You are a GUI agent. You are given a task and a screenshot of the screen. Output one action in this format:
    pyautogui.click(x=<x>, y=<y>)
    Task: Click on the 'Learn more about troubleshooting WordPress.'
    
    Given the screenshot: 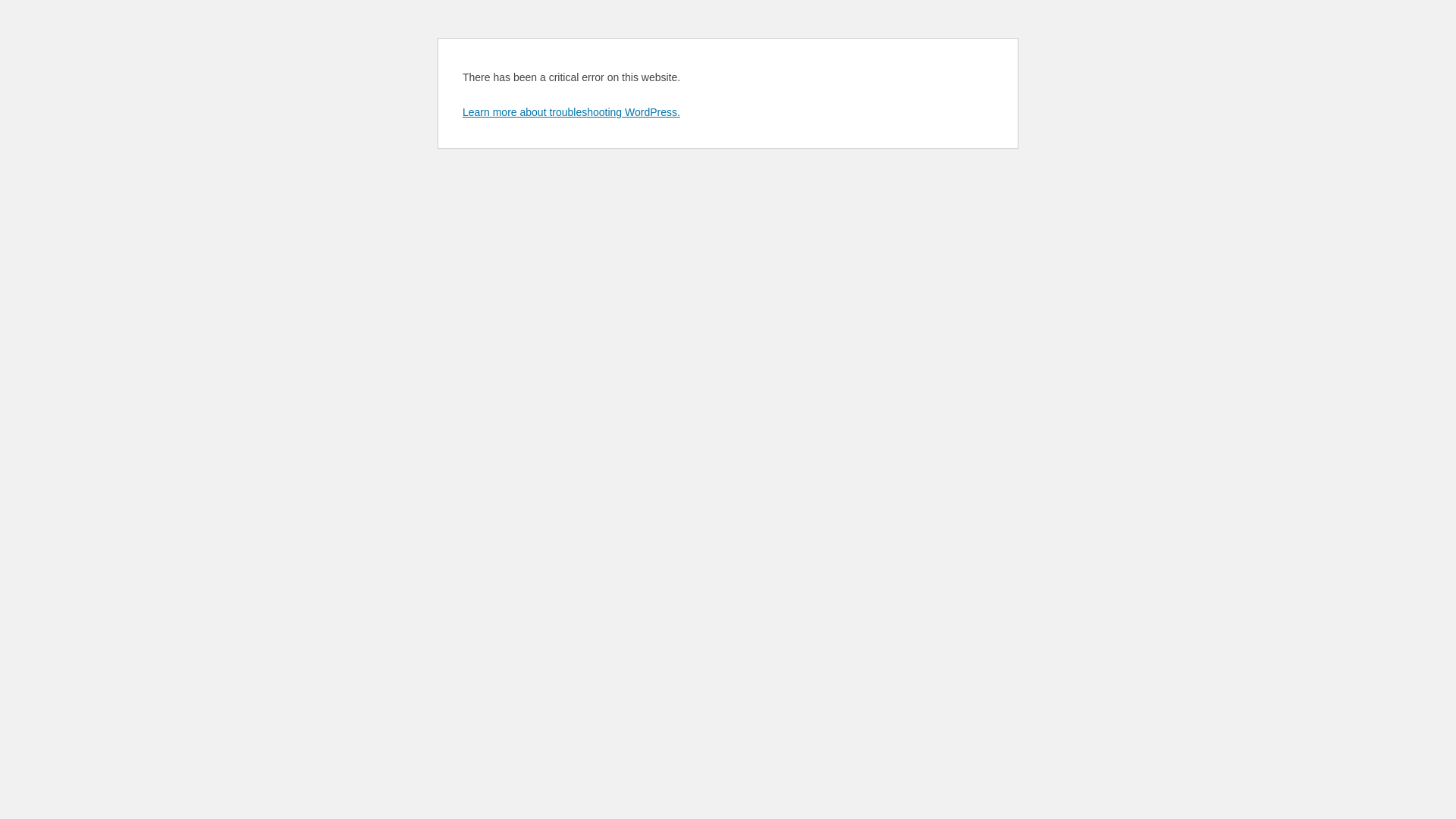 What is the action you would take?
    pyautogui.click(x=570, y=111)
    